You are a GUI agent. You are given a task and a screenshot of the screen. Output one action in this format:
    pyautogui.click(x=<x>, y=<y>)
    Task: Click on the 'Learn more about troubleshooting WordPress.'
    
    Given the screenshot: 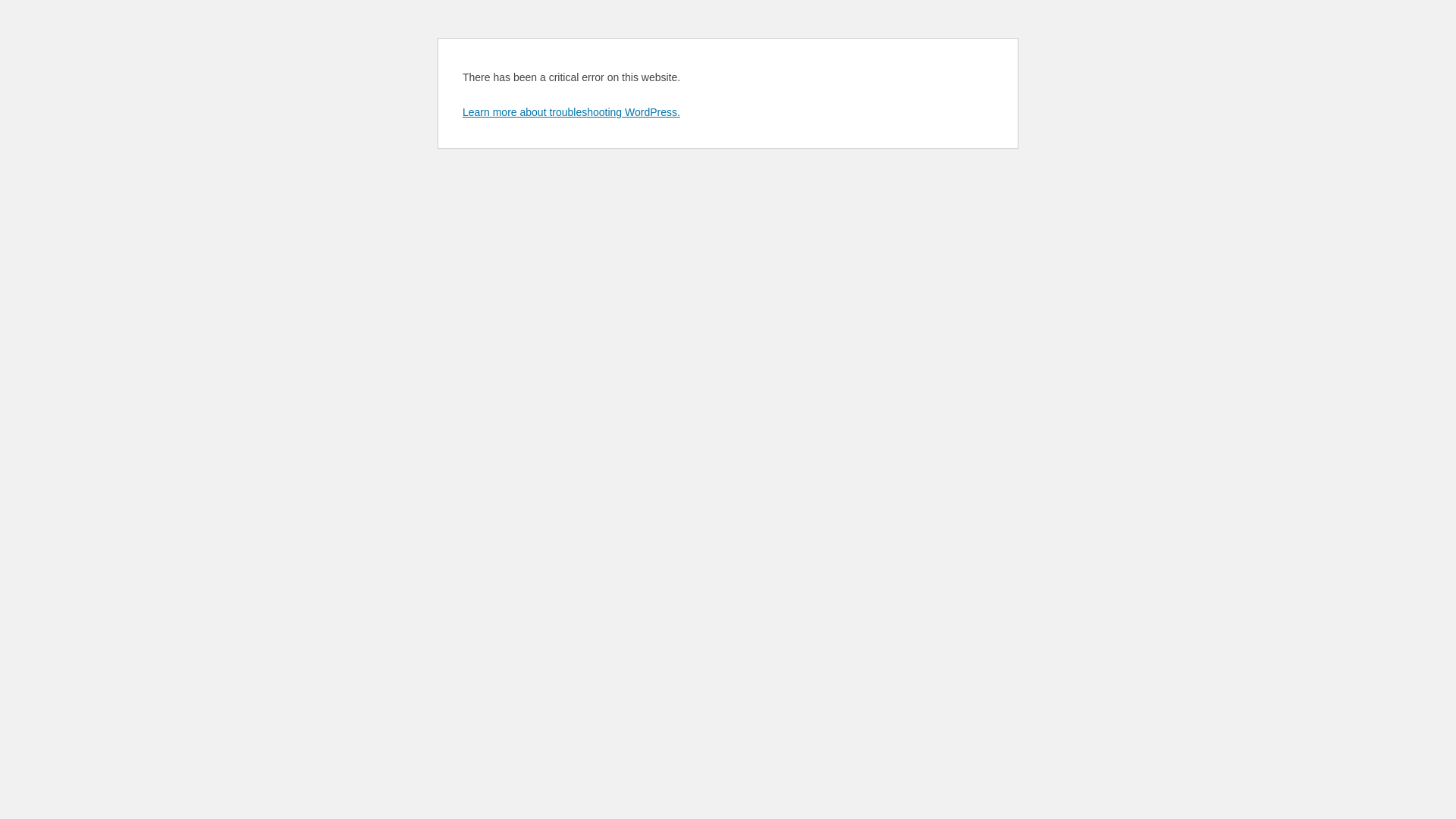 What is the action you would take?
    pyautogui.click(x=570, y=111)
    